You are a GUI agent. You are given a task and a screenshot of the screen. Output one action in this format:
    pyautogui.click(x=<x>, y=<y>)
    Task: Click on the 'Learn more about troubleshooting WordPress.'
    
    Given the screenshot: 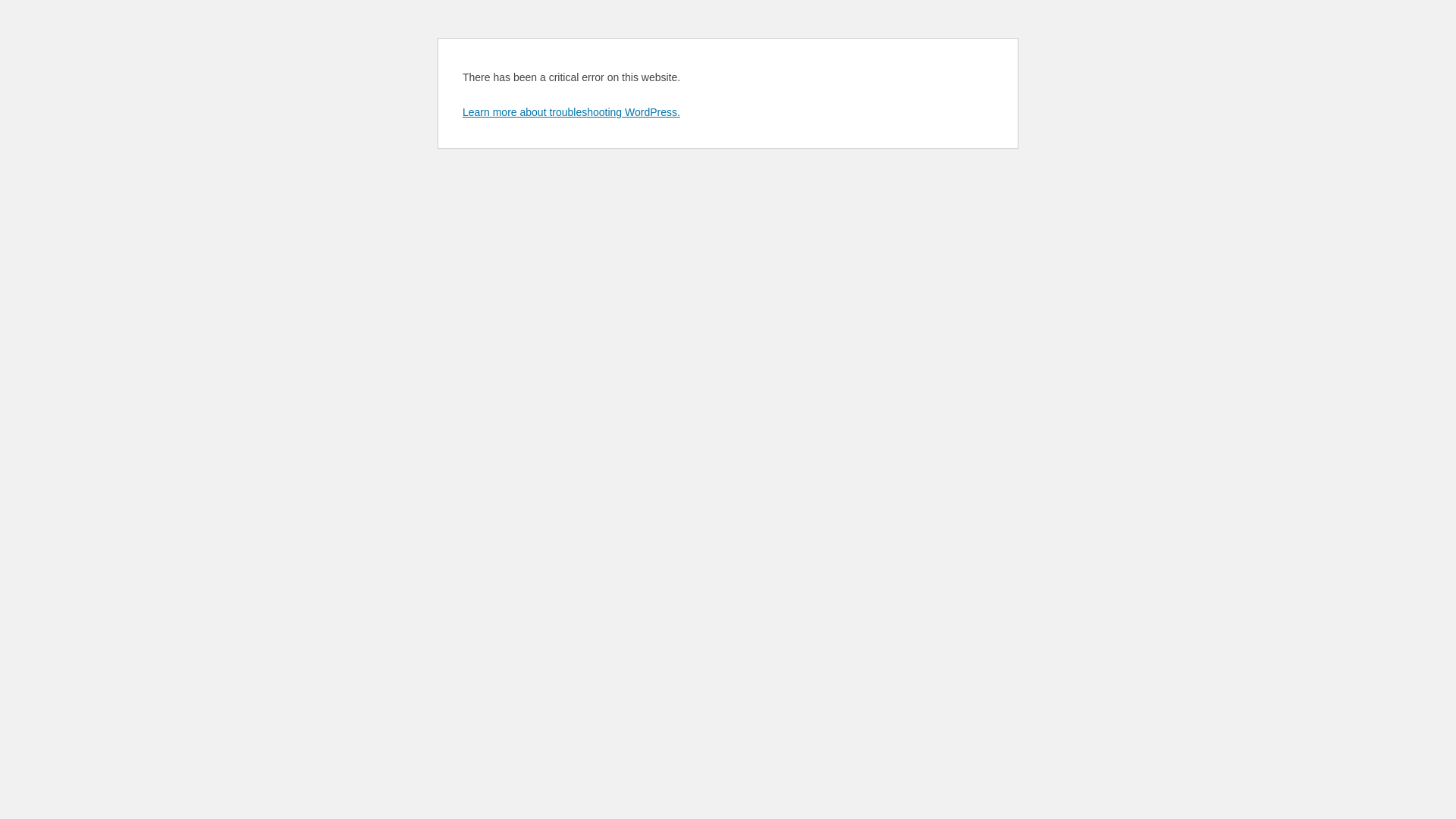 What is the action you would take?
    pyautogui.click(x=570, y=111)
    